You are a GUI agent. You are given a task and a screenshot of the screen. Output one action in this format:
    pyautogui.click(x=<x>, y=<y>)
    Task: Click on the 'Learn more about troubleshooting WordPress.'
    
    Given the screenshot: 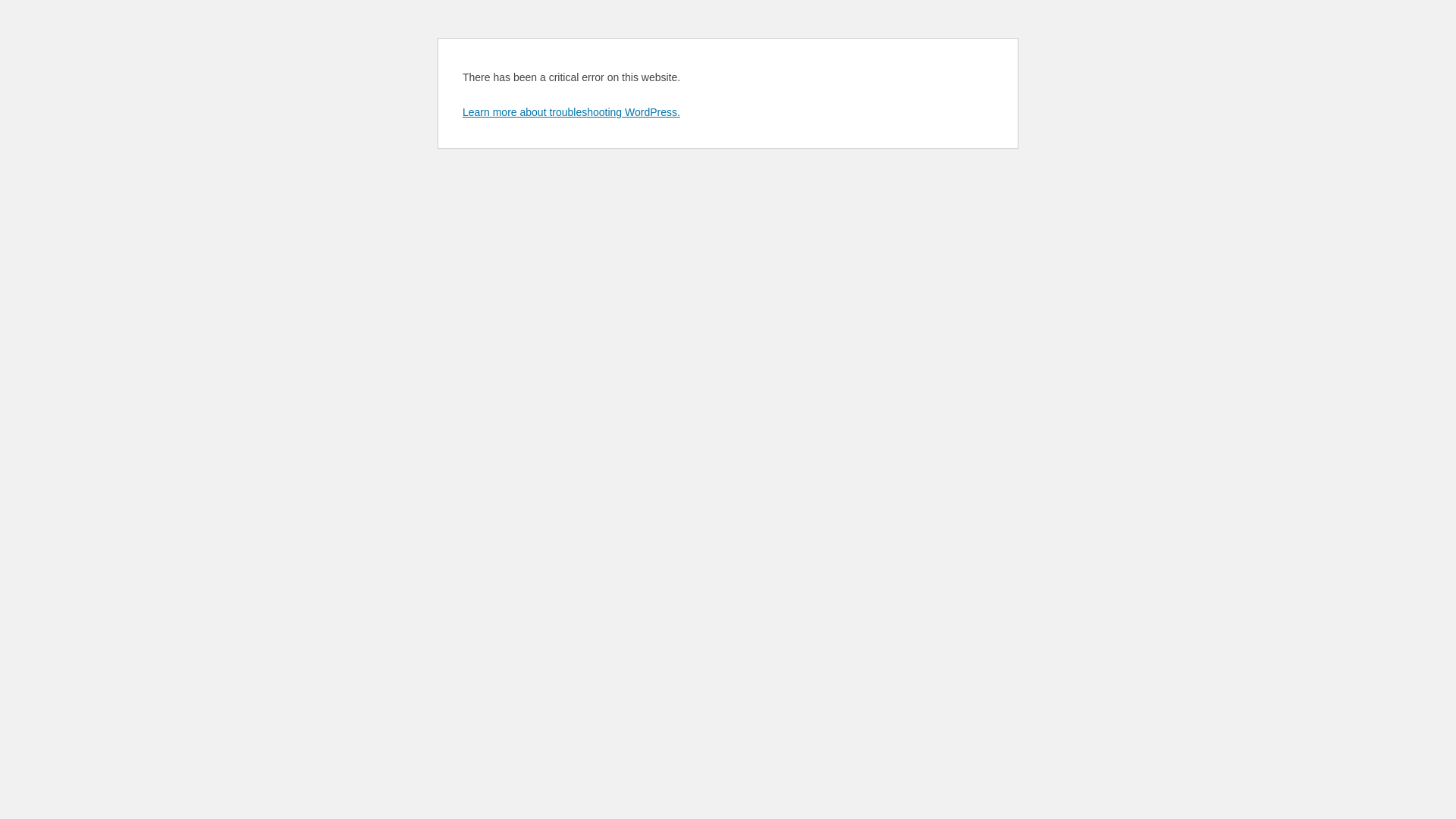 What is the action you would take?
    pyautogui.click(x=570, y=111)
    